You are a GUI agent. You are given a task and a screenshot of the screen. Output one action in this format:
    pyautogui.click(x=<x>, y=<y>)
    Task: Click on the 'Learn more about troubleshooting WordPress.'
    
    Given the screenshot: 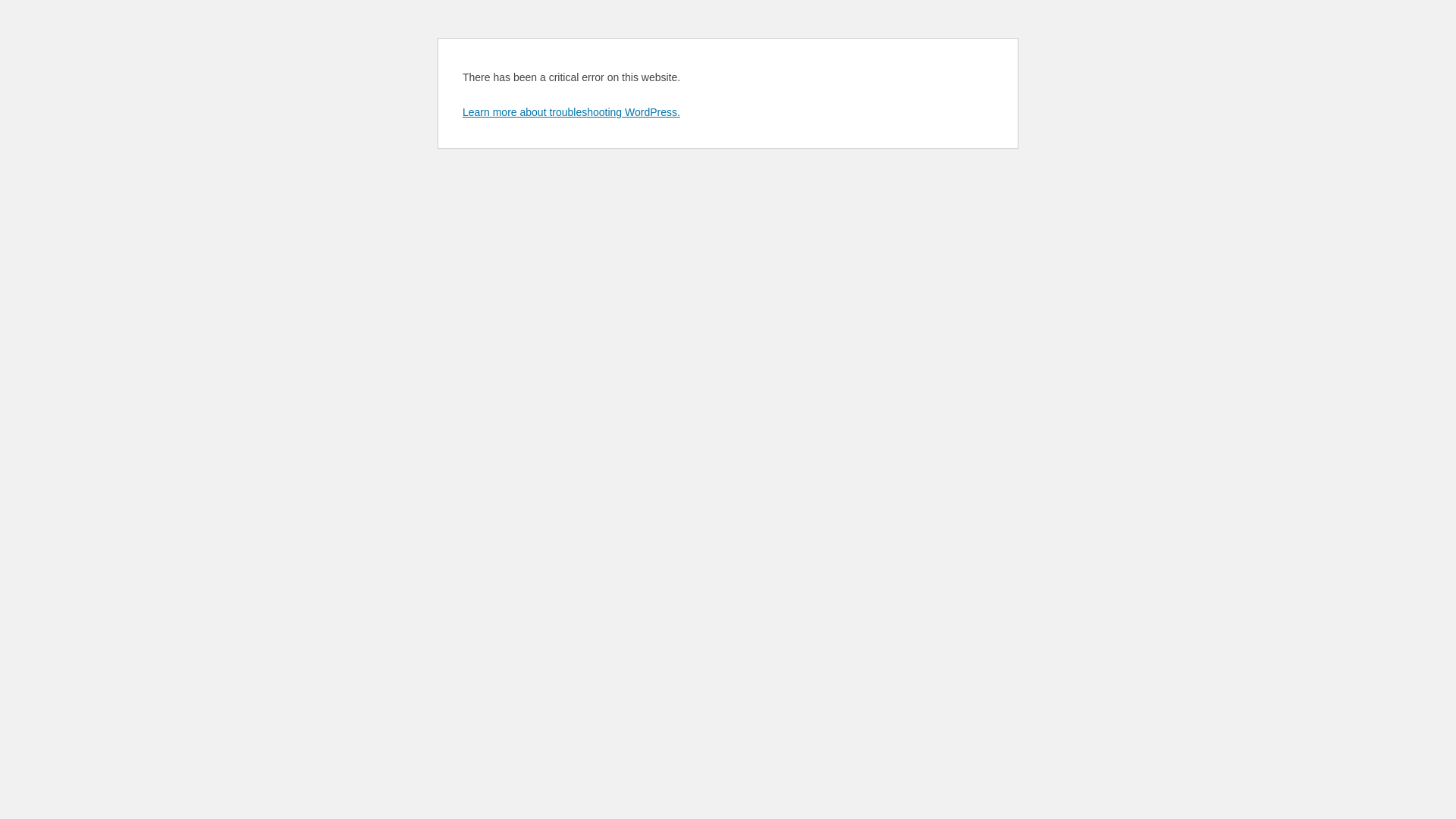 What is the action you would take?
    pyautogui.click(x=570, y=111)
    